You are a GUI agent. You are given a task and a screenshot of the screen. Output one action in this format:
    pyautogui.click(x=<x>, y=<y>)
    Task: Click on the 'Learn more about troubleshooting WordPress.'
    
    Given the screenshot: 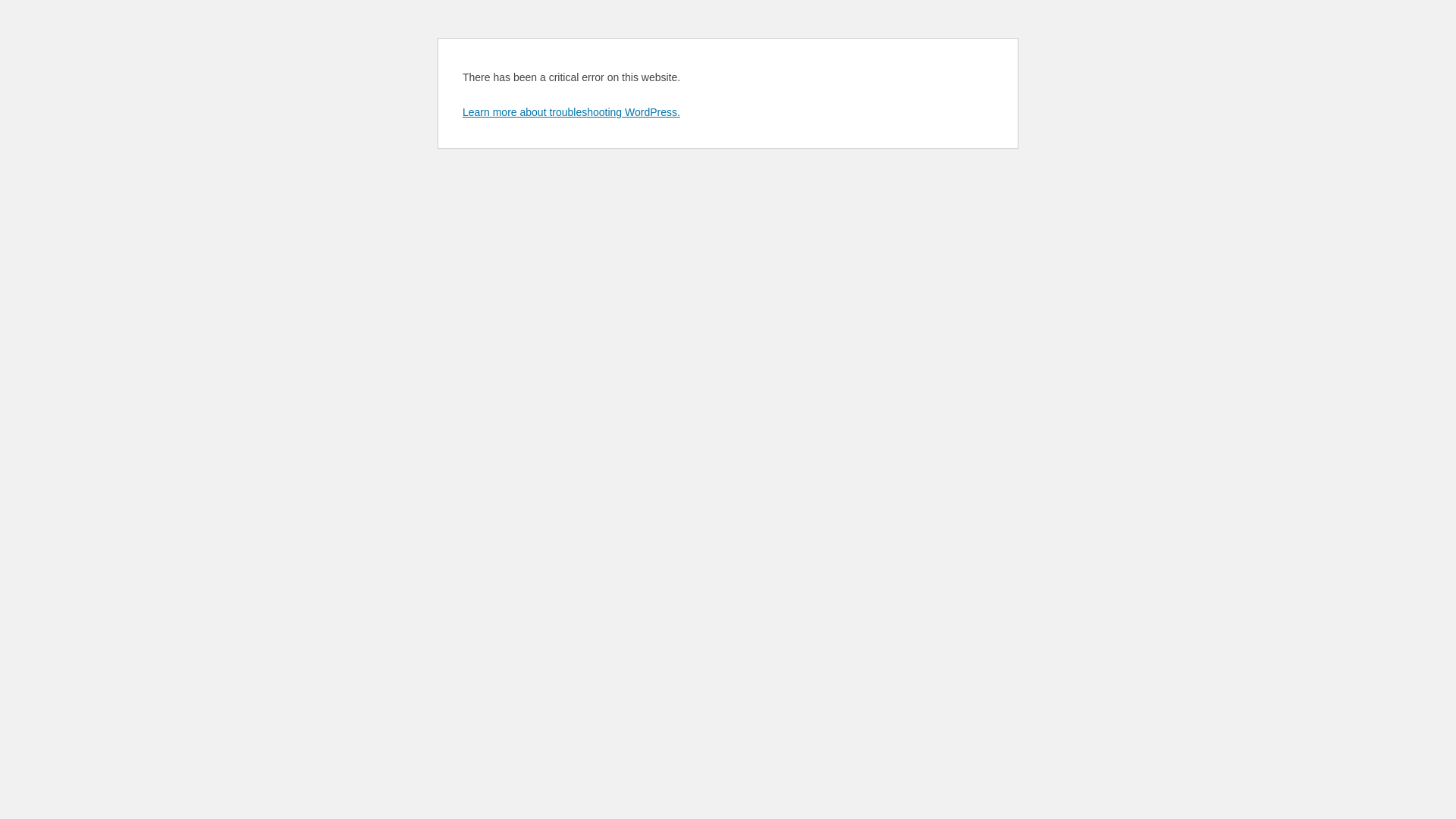 What is the action you would take?
    pyautogui.click(x=570, y=111)
    